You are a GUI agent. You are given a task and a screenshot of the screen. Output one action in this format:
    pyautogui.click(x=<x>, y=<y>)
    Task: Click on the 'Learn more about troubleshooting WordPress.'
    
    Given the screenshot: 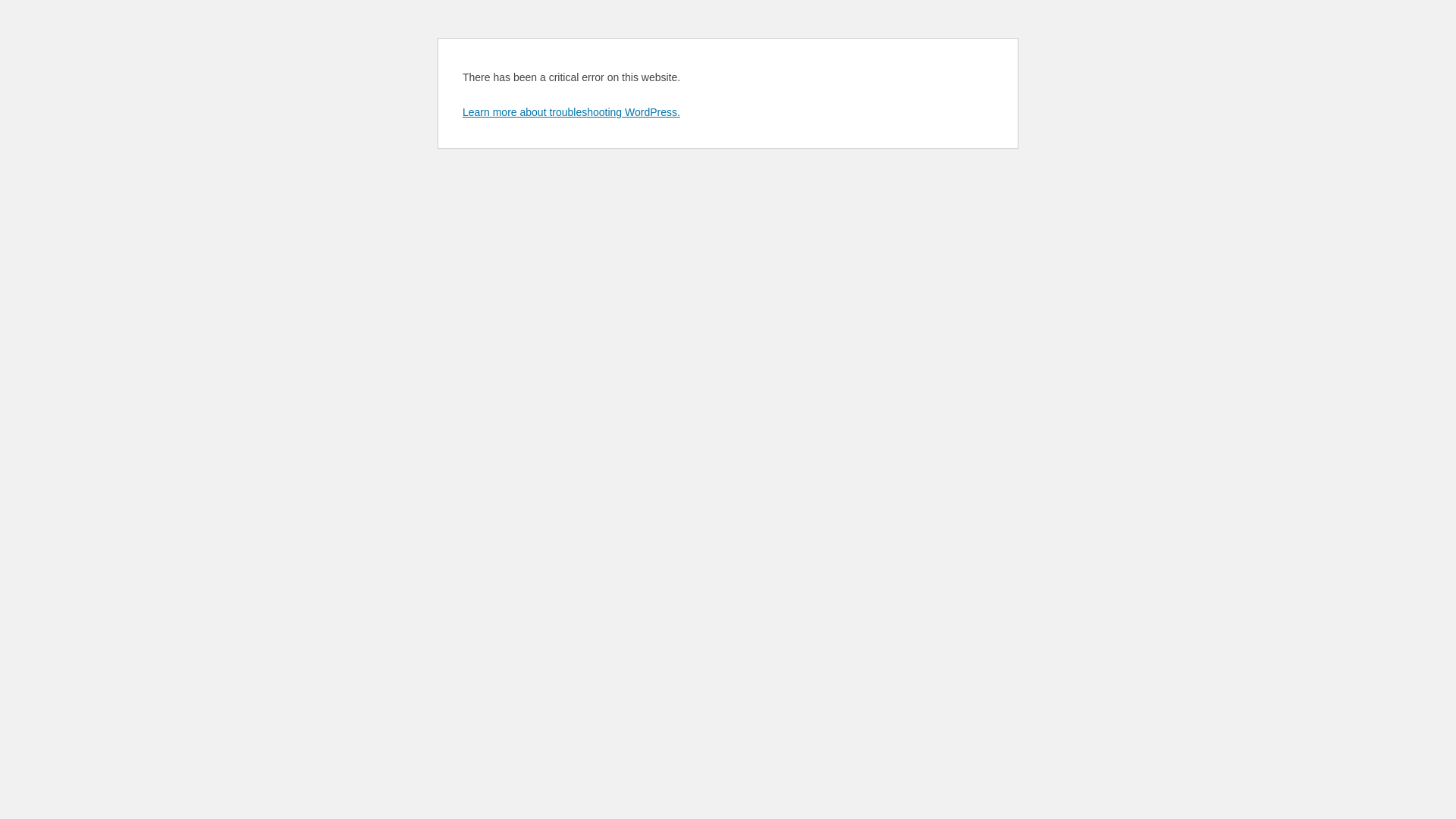 What is the action you would take?
    pyautogui.click(x=570, y=111)
    